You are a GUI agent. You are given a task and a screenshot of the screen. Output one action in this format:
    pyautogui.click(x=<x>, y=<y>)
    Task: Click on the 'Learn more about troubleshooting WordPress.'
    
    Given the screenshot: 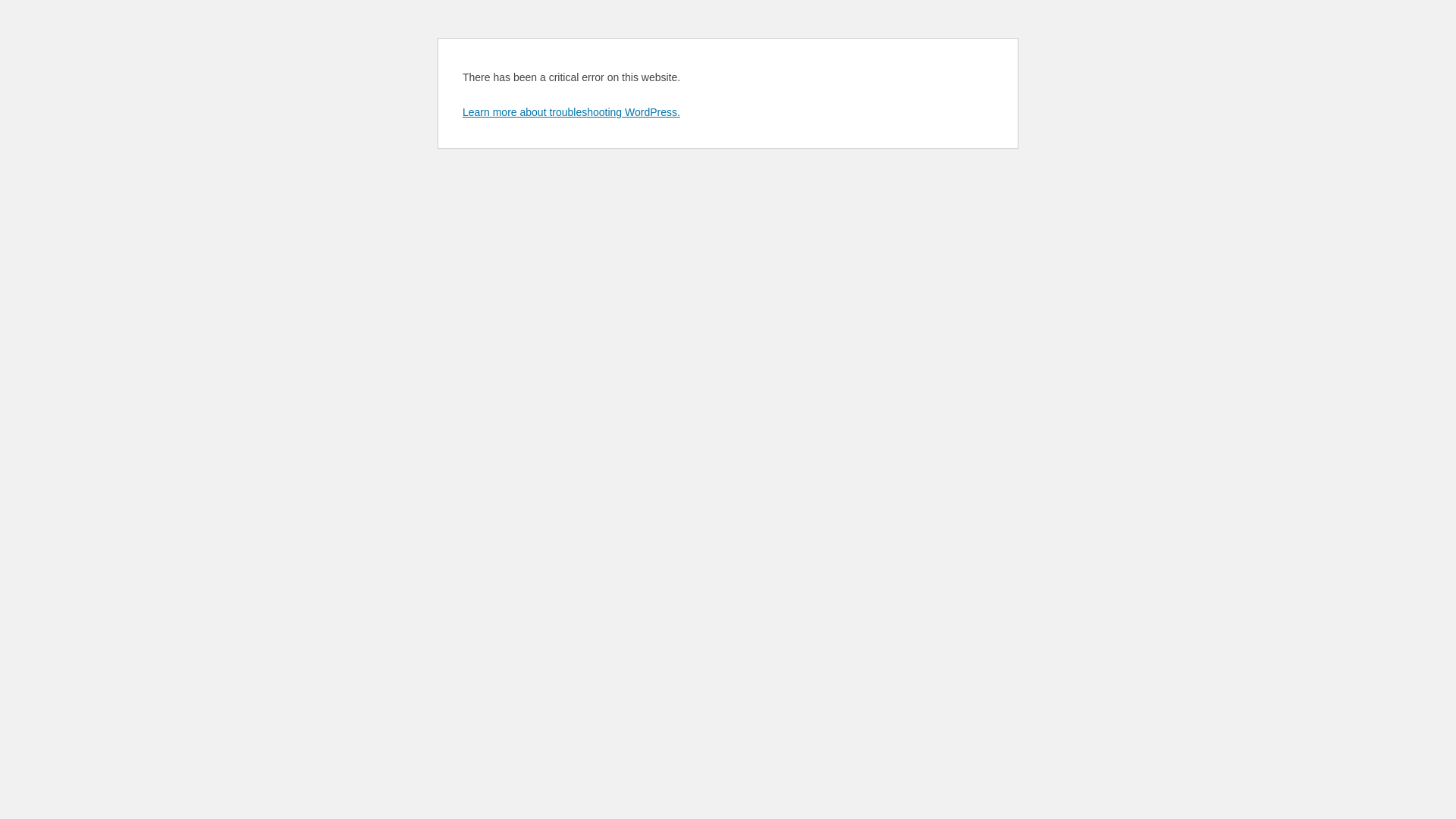 What is the action you would take?
    pyautogui.click(x=570, y=111)
    